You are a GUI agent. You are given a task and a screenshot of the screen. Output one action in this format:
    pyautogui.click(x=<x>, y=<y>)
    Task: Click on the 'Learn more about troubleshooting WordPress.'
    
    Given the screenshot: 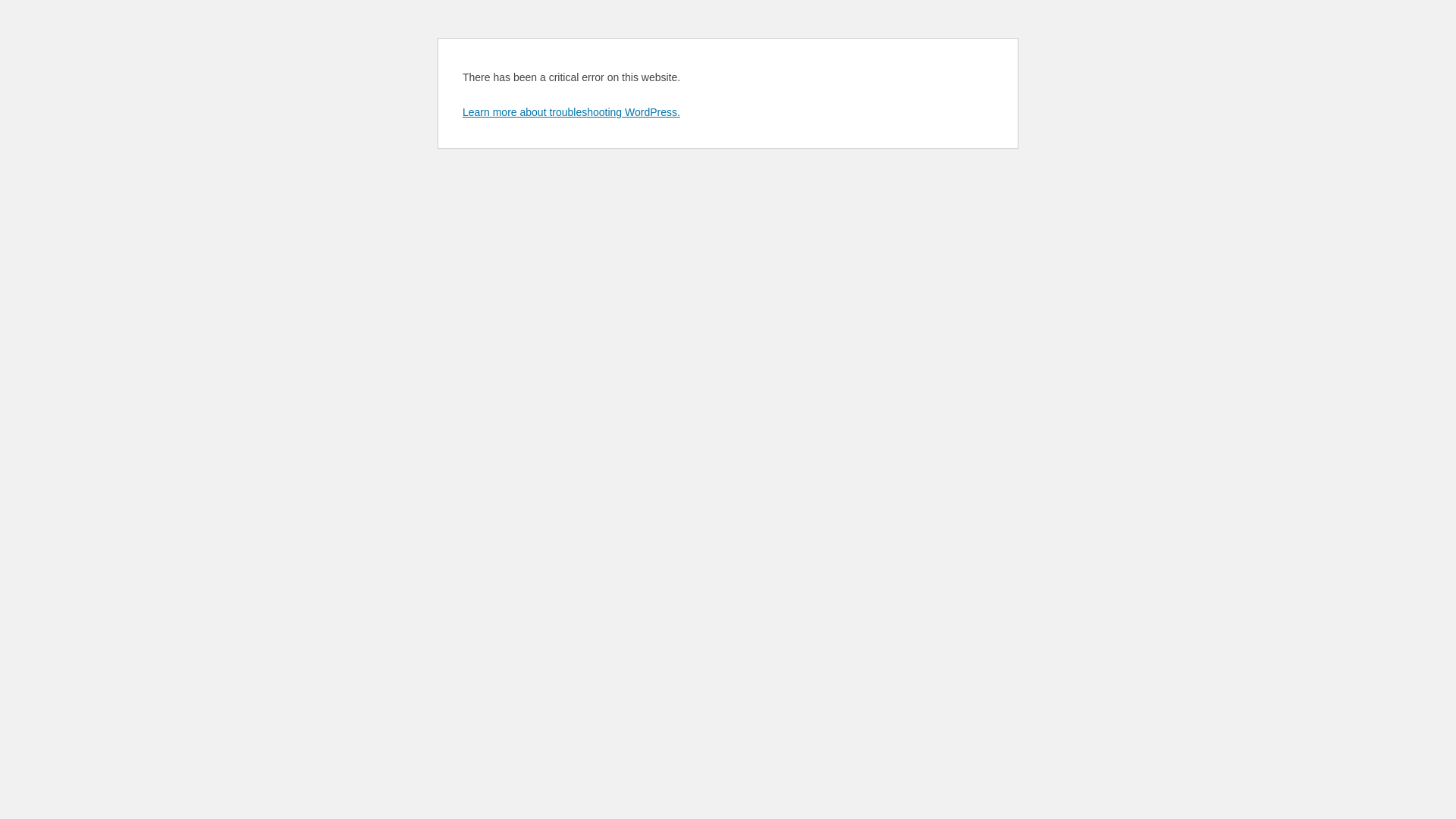 What is the action you would take?
    pyautogui.click(x=570, y=111)
    